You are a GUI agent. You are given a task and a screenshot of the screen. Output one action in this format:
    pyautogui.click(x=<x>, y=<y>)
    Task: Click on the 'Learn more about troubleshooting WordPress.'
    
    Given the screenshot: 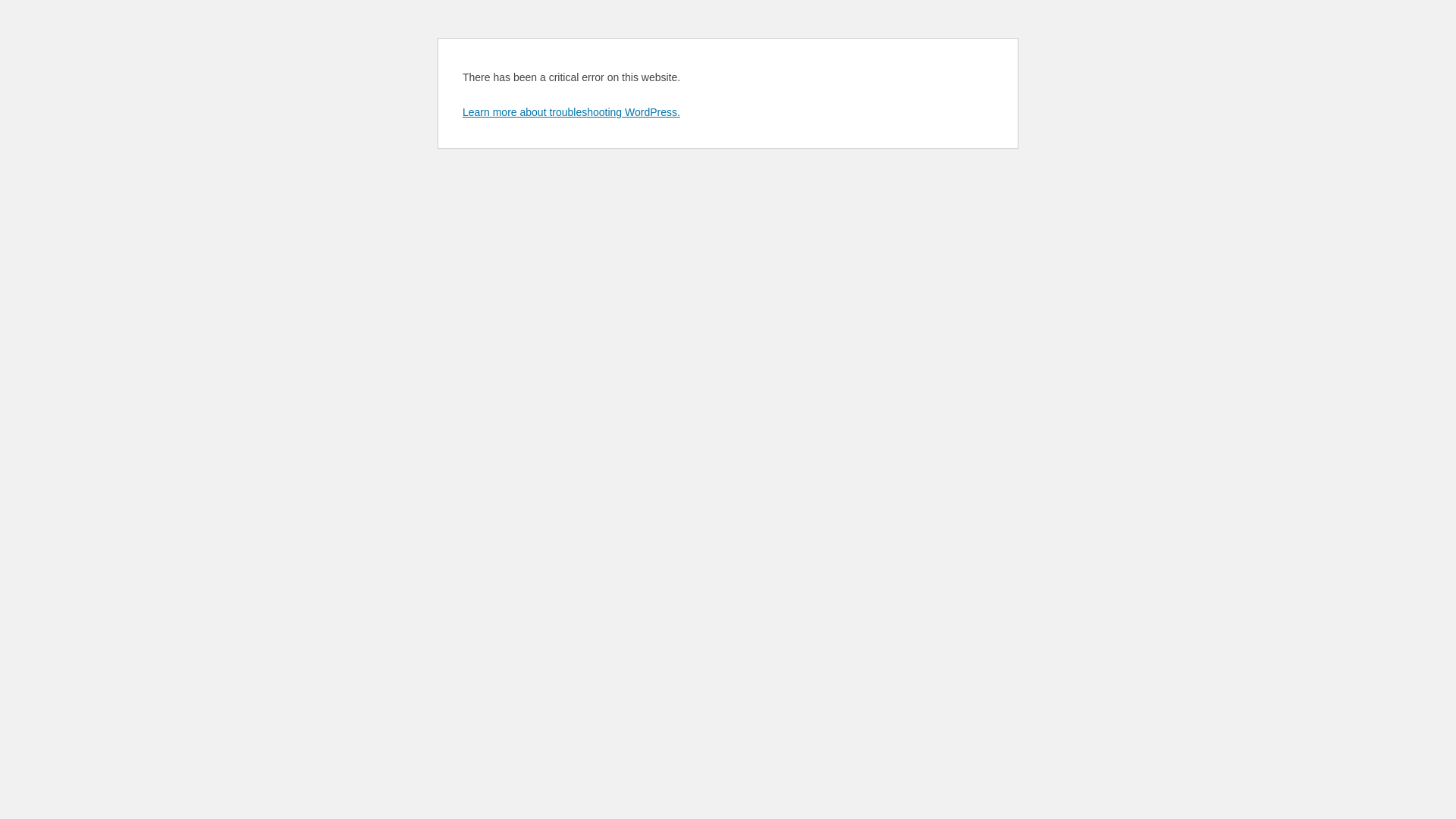 What is the action you would take?
    pyautogui.click(x=570, y=111)
    